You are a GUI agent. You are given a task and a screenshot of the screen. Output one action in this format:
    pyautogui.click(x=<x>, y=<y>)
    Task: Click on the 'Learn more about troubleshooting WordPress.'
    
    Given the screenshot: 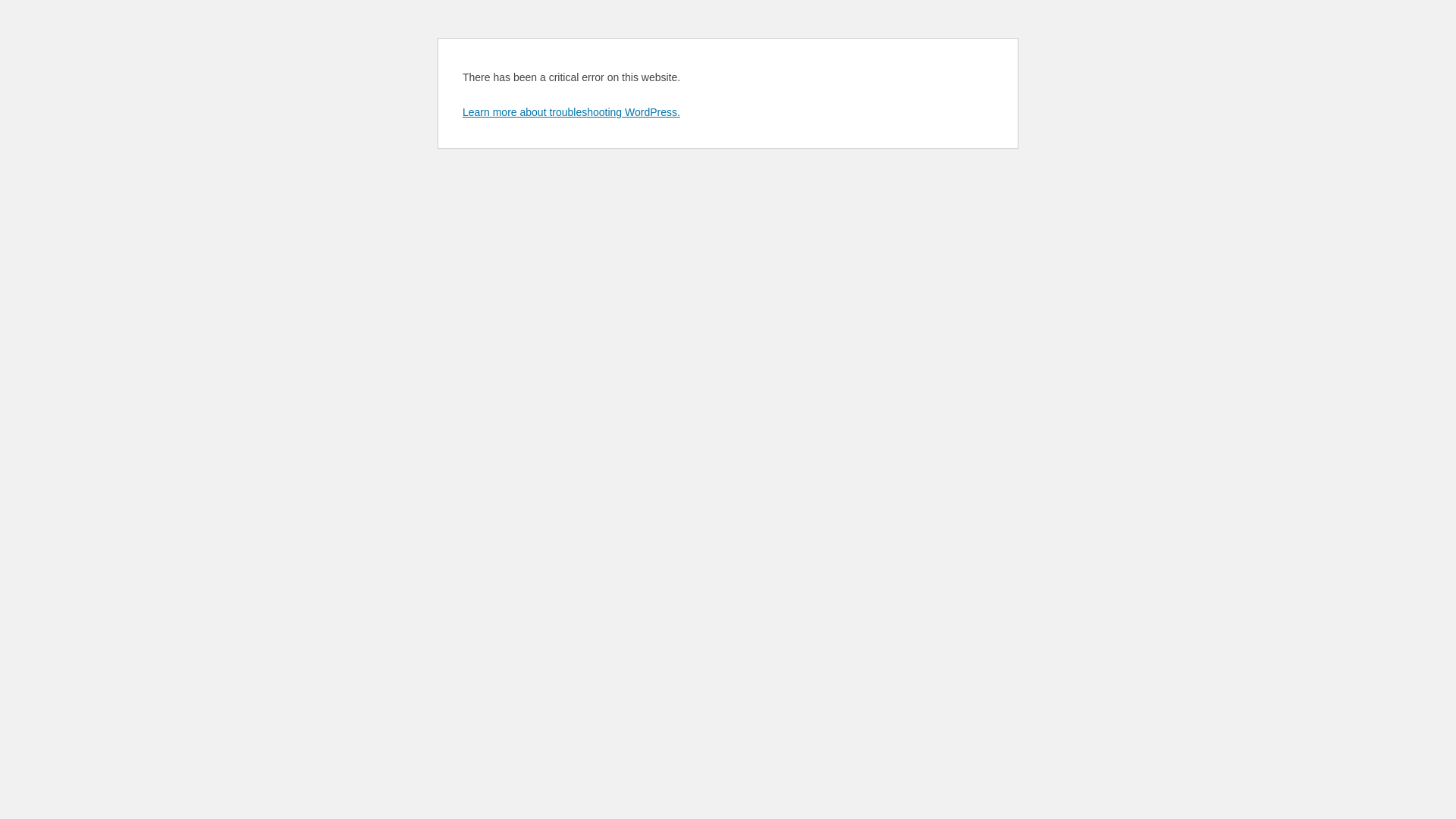 What is the action you would take?
    pyautogui.click(x=570, y=111)
    